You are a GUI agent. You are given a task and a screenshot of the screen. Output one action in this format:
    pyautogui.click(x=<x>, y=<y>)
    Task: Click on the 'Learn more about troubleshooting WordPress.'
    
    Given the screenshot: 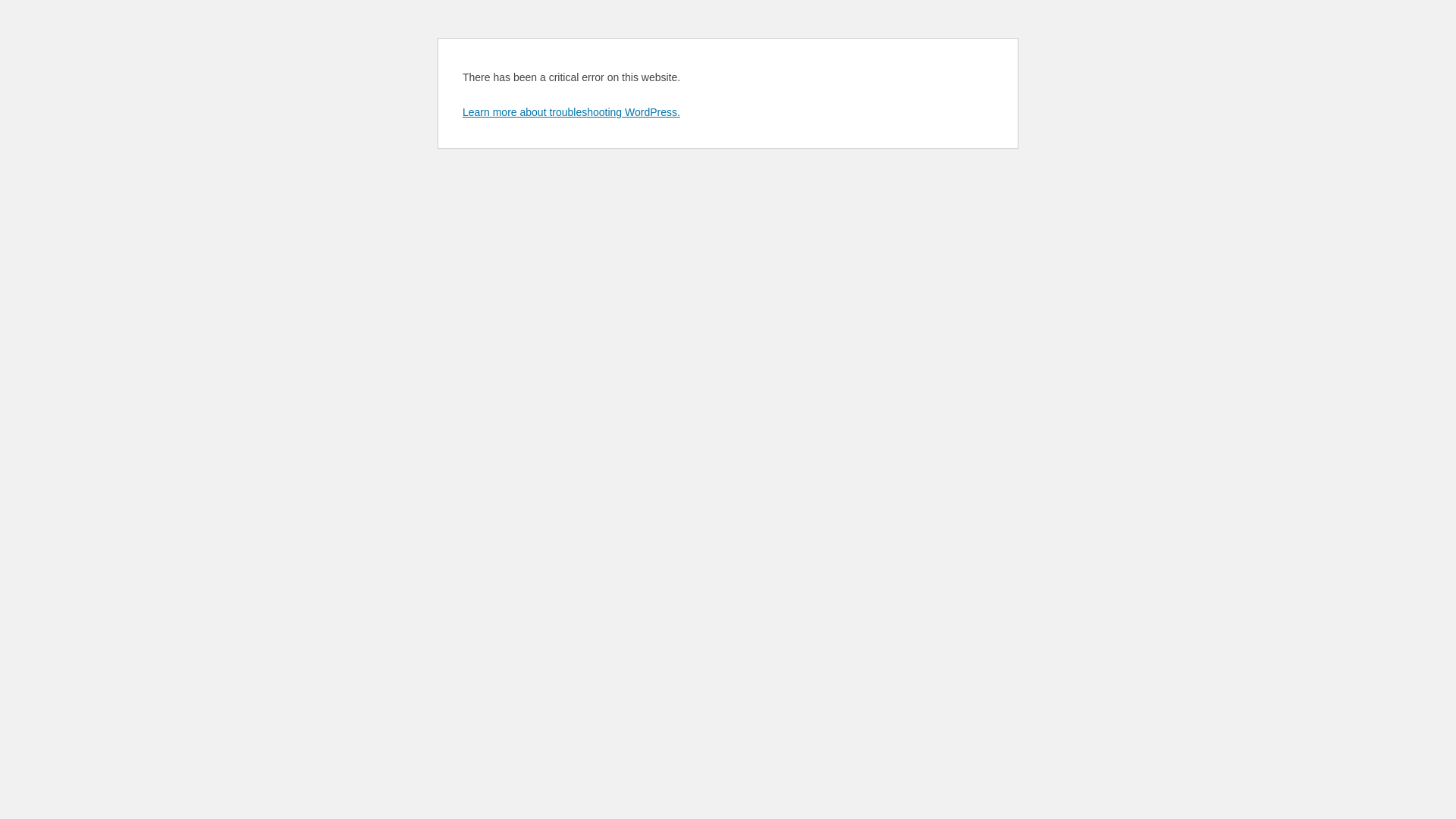 What is the action you would take?
    pyautogui.click(x=570, y=111)
    